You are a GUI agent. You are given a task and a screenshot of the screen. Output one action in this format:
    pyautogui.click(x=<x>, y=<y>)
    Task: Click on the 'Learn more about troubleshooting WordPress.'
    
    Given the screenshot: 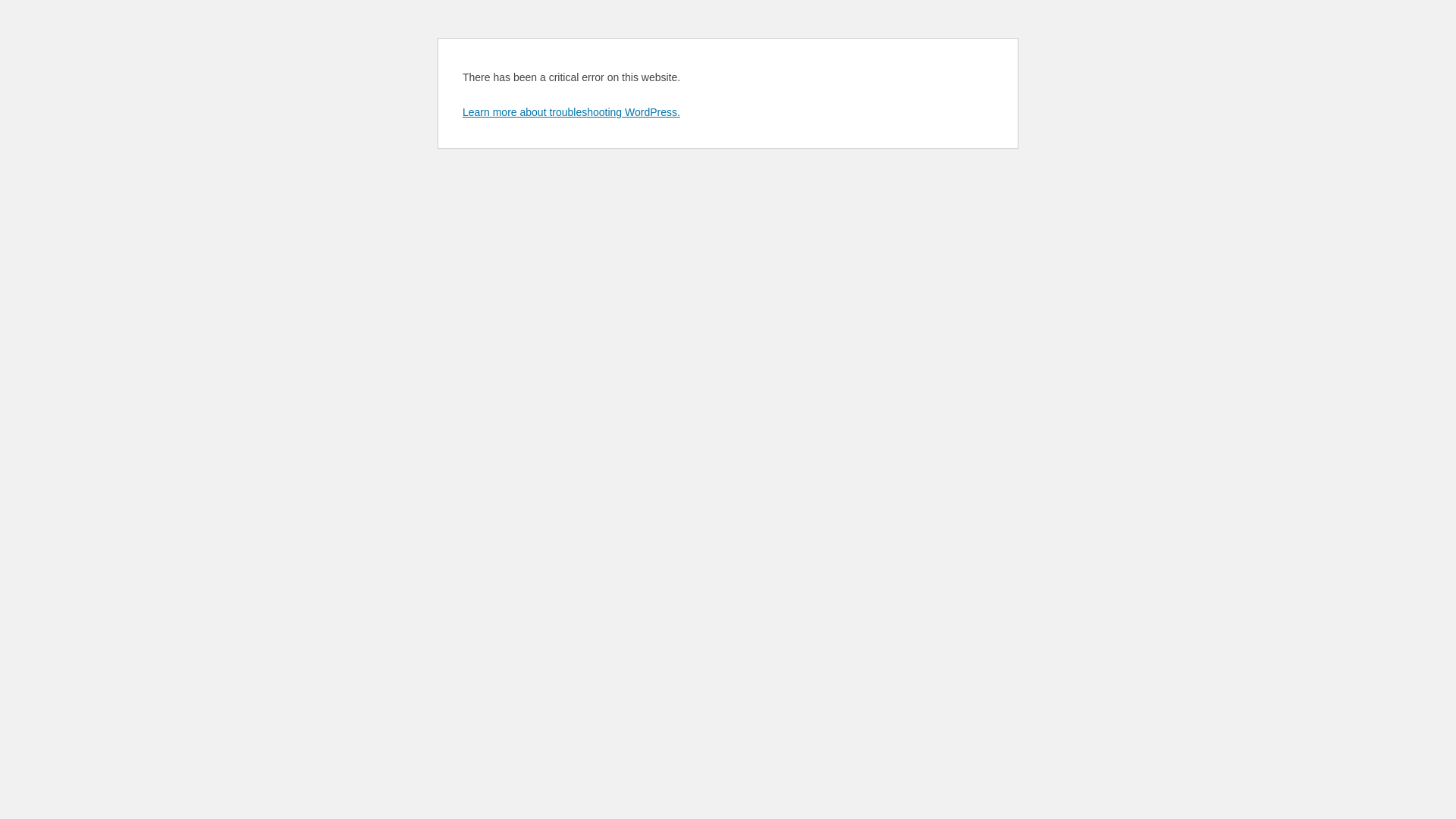 What is the action you would take?
    pyautogui.click(x=570, y=111)
    